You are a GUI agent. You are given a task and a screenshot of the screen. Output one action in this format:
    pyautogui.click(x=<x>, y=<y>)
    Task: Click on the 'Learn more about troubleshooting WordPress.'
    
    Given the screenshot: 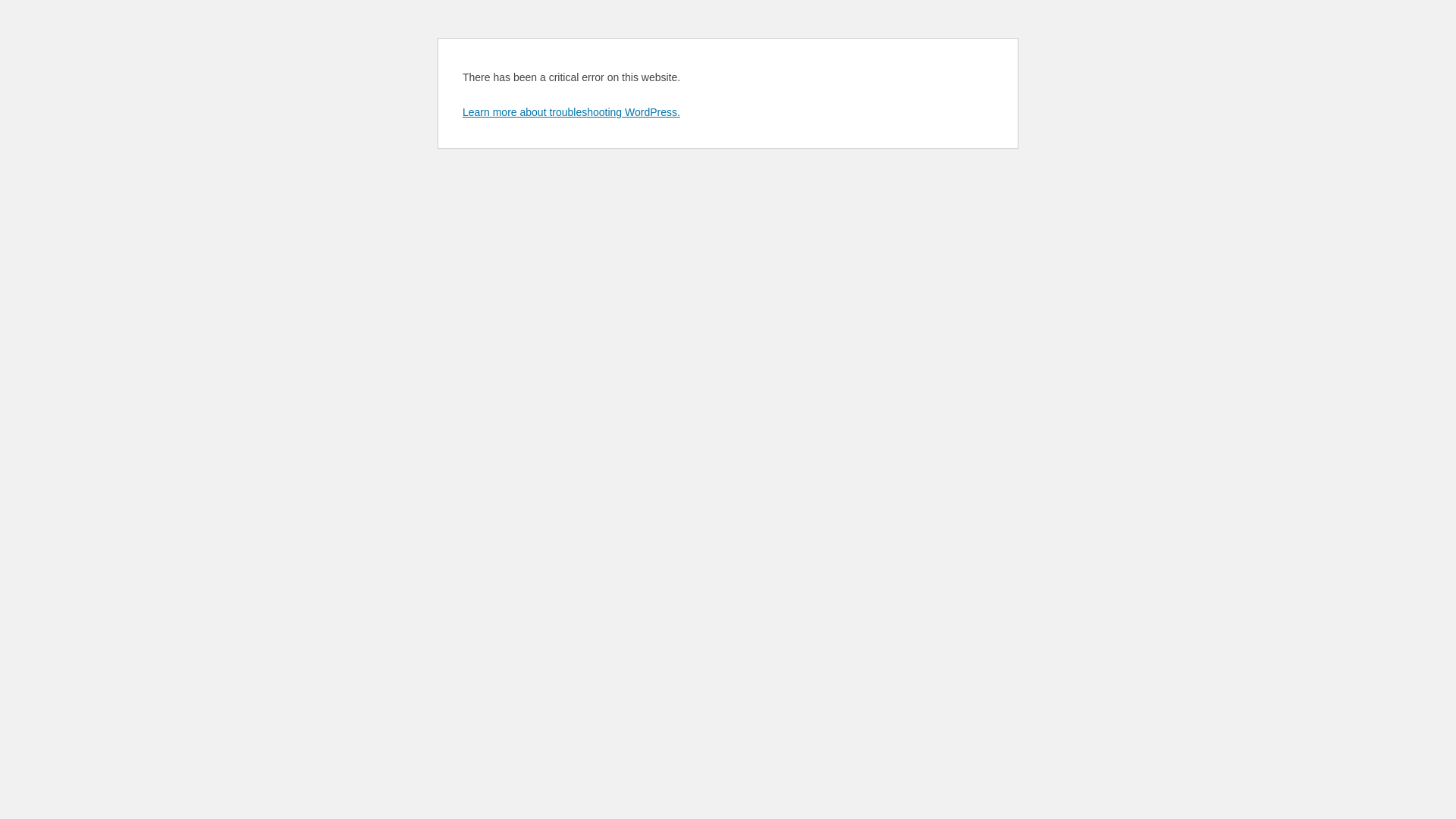 What is the action you would take?
    pyautogui.click(x=570, y=111)
    